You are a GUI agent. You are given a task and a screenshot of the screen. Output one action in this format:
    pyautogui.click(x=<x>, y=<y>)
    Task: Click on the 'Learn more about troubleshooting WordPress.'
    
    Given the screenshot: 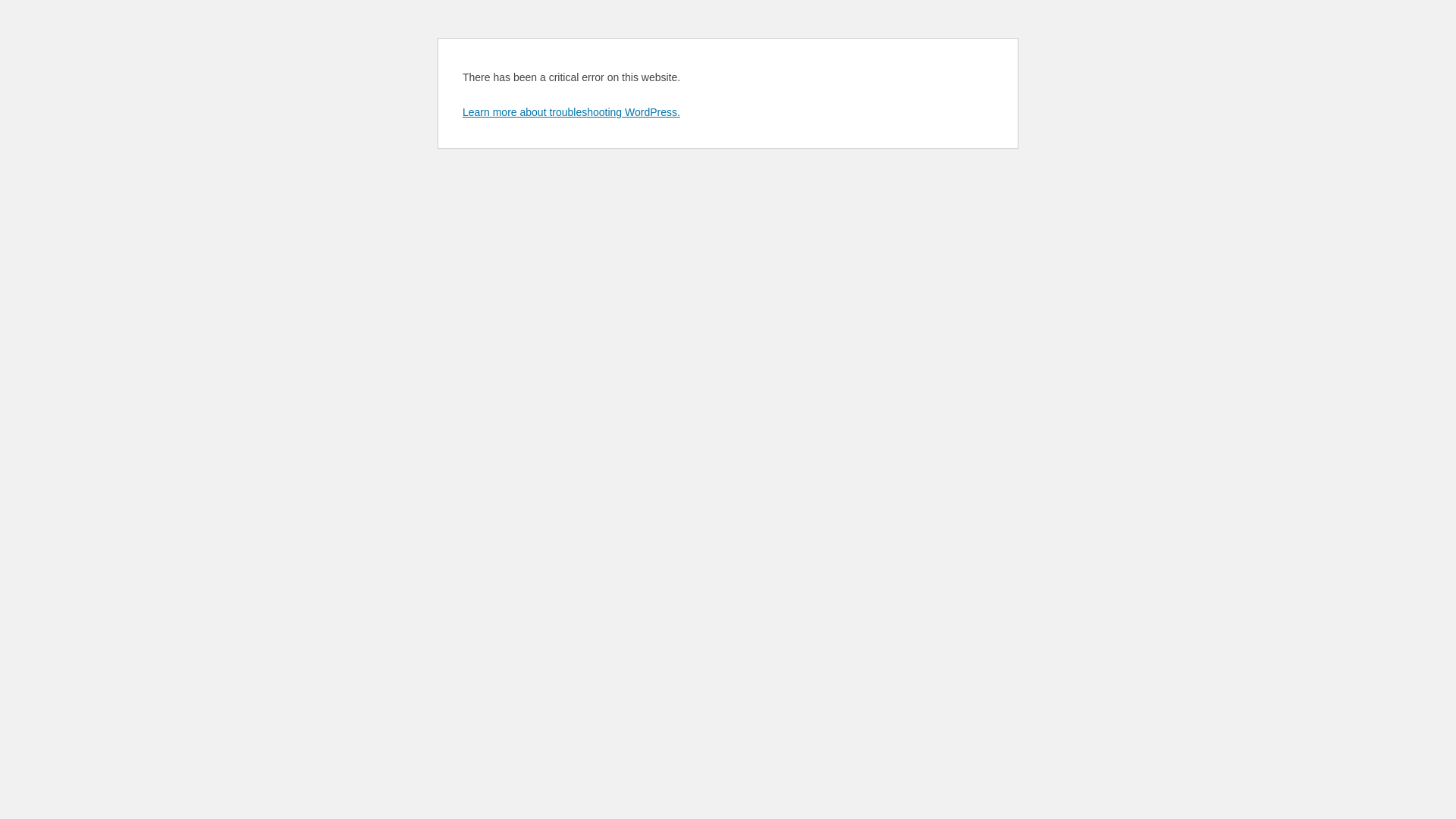 What is the action you would take?
    pyautogui.click(x=570, y=111)
    